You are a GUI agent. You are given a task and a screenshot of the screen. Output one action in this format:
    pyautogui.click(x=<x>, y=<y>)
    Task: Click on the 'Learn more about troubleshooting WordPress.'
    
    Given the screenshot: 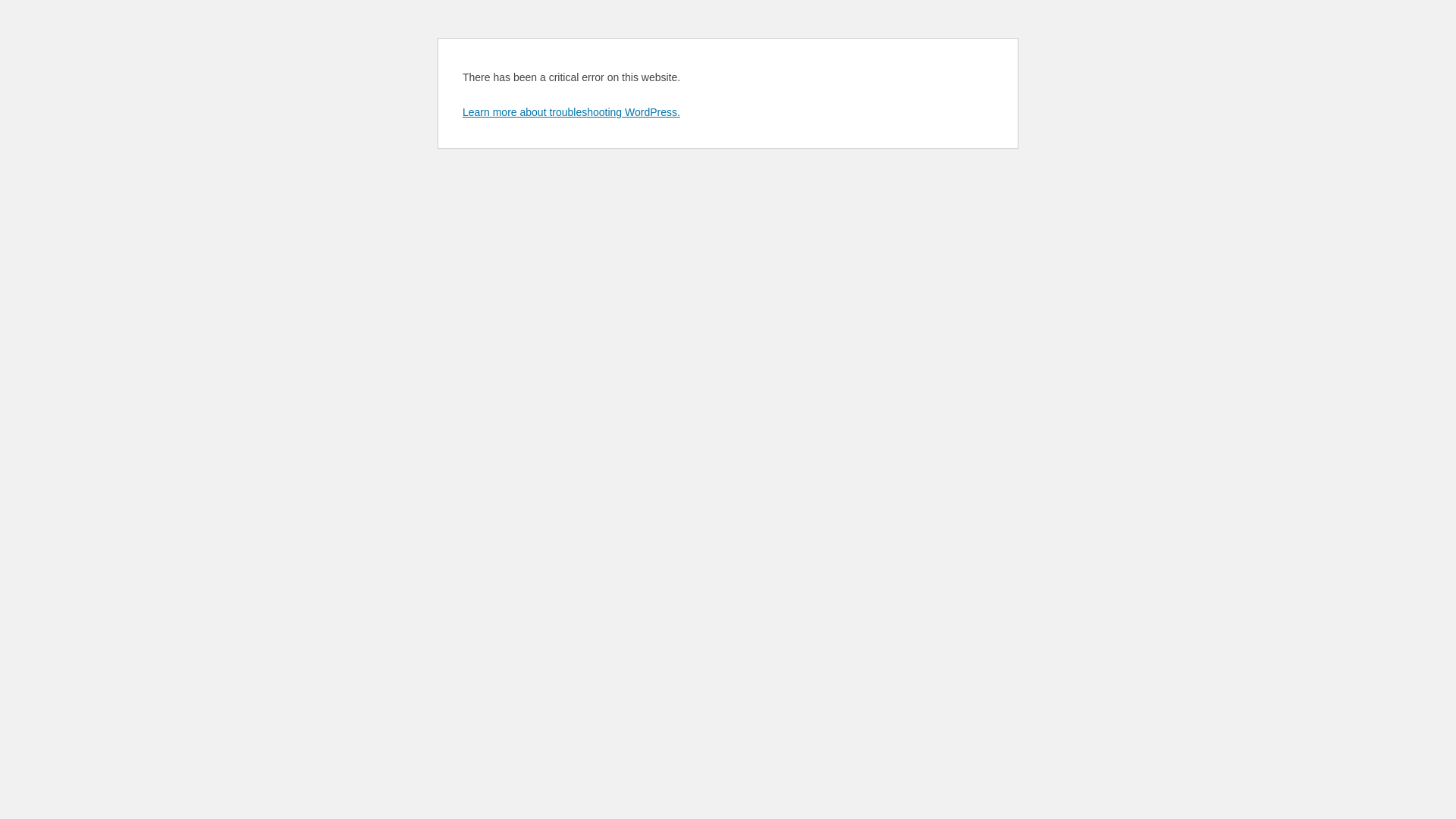 What is the action you would take?
    pyautogui.click(x=570, y=111)
    